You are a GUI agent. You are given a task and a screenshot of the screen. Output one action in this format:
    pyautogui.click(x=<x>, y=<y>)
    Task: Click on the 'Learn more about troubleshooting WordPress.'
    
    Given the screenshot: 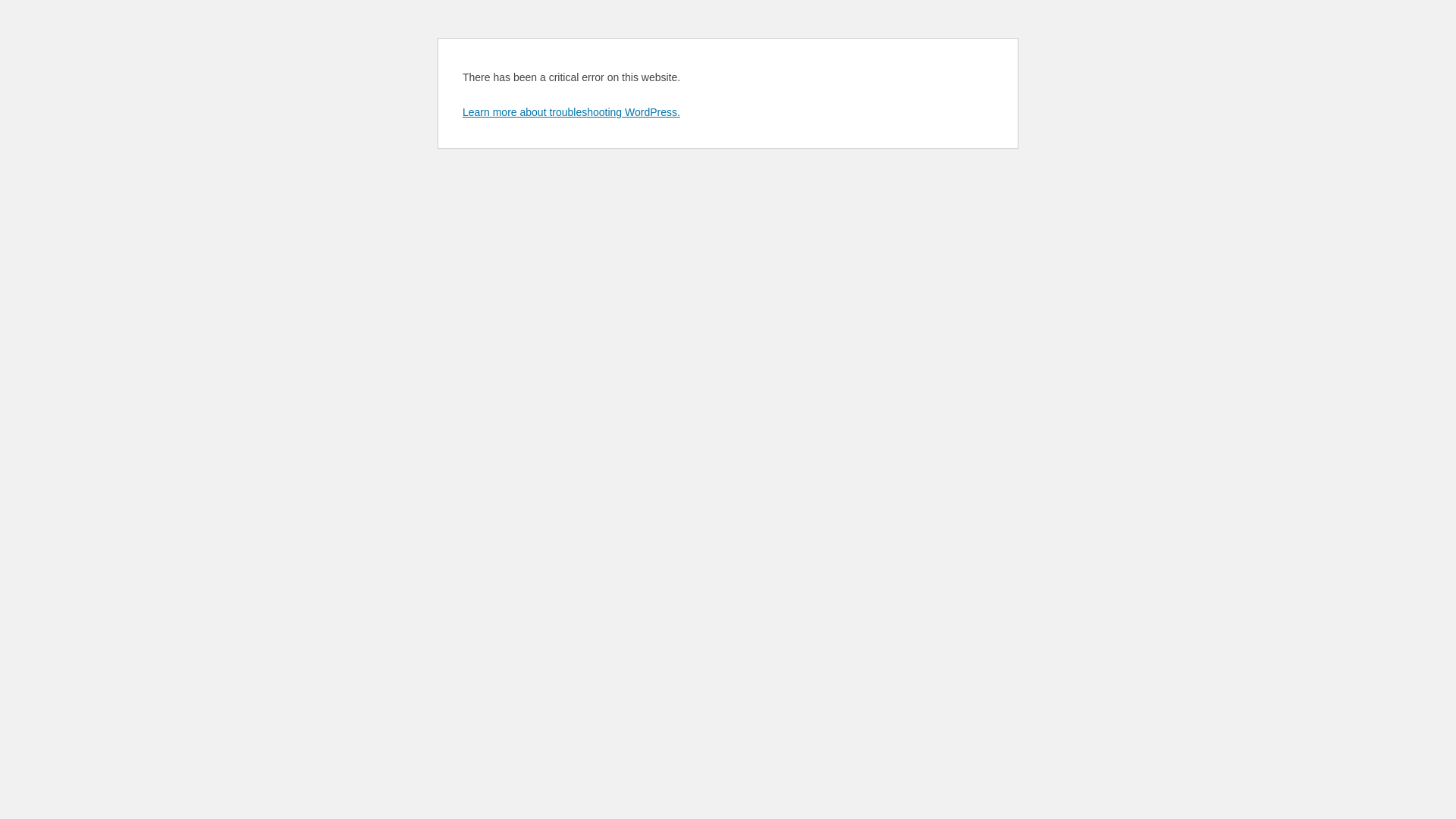 What is the action you would take?
    pyautogui.click(x=570, y=111)
    